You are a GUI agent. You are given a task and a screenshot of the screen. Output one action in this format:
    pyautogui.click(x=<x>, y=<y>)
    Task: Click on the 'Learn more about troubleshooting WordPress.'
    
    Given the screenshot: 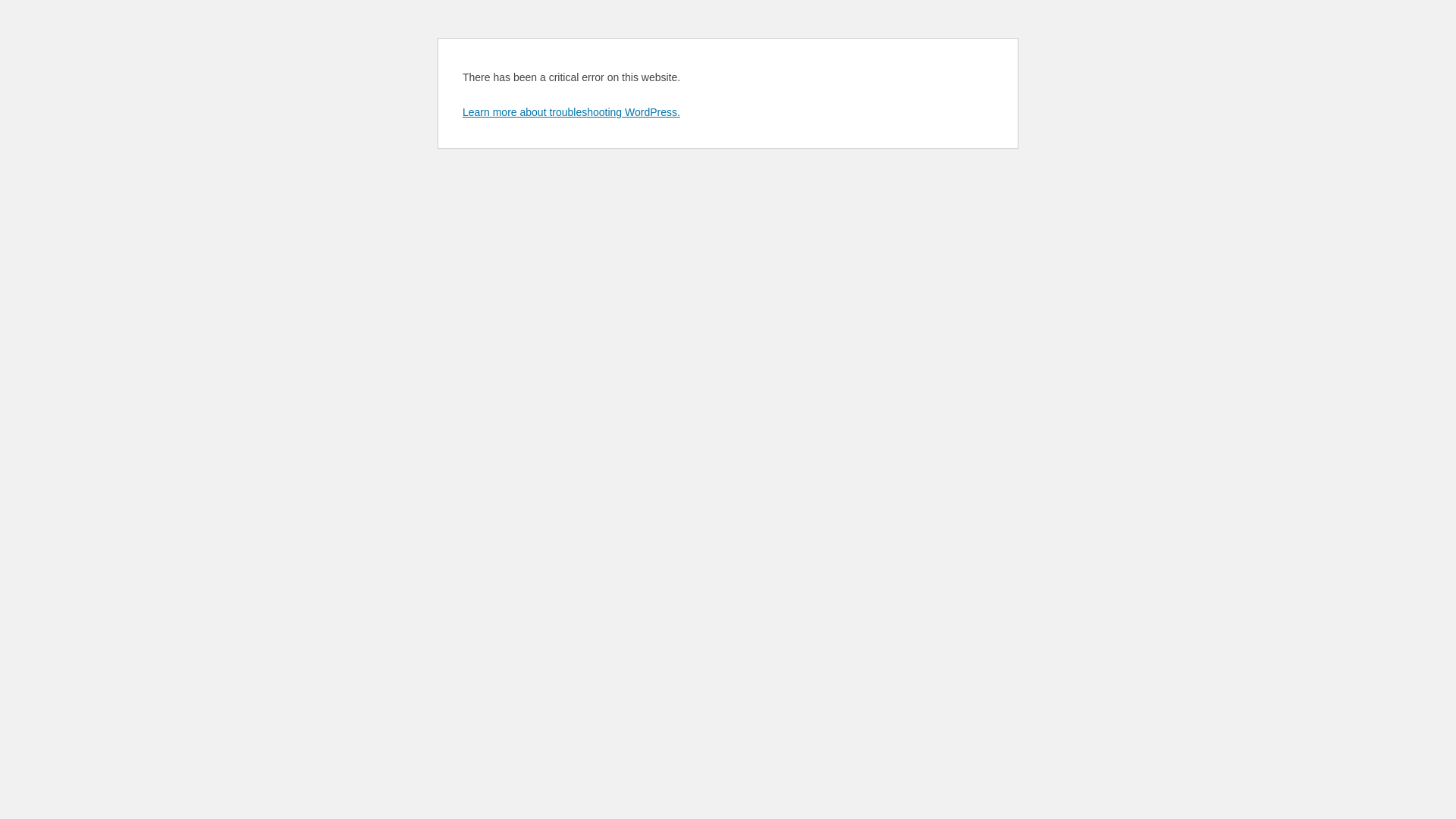 What is the action you would take?
    pyautogui.click(x=570, y=111)
    